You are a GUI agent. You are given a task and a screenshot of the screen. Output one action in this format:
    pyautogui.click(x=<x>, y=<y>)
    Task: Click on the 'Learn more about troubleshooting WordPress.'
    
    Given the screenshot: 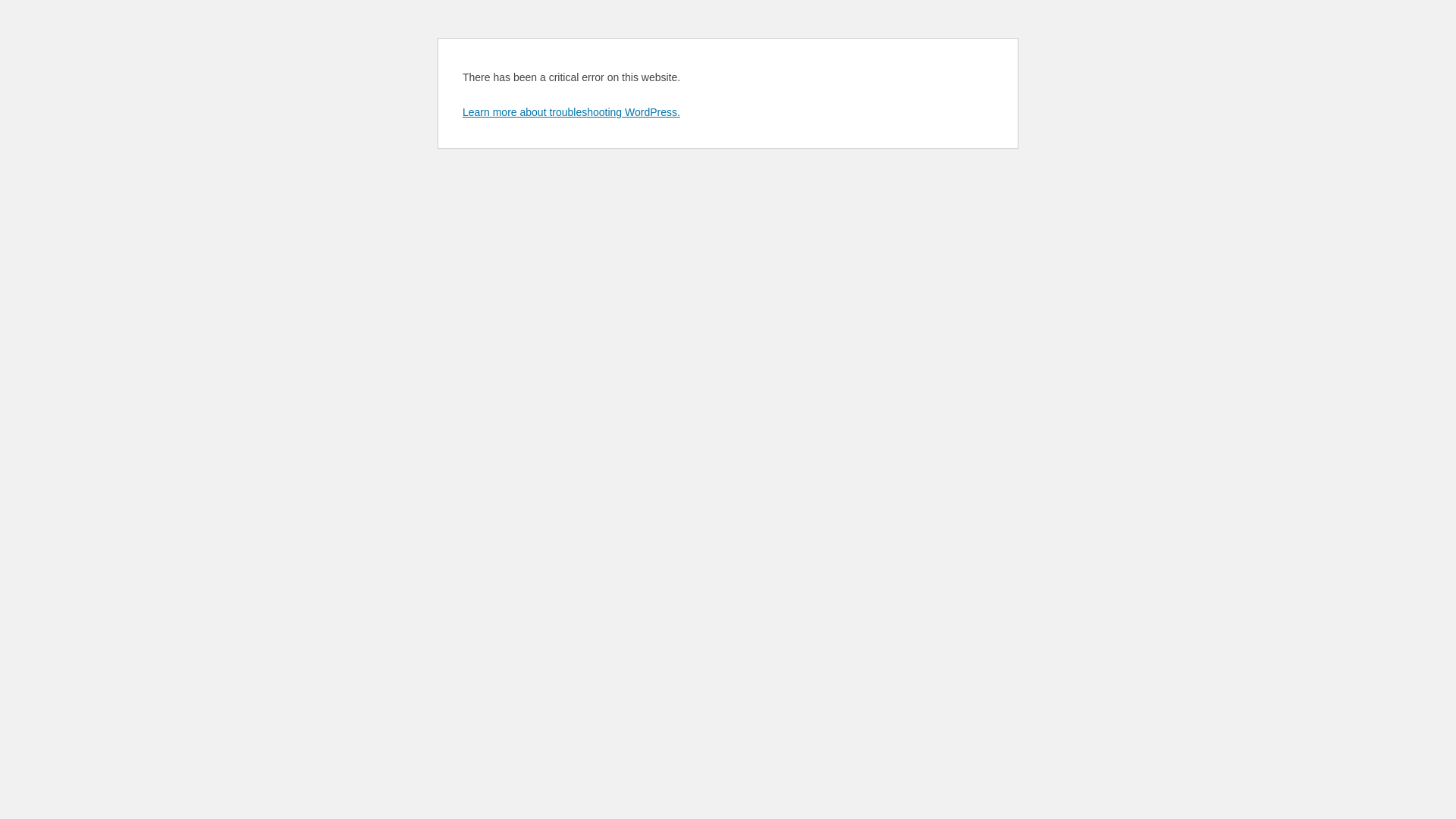 What is the action you would take?
    pyautogui.click(x=570, y=111)
    